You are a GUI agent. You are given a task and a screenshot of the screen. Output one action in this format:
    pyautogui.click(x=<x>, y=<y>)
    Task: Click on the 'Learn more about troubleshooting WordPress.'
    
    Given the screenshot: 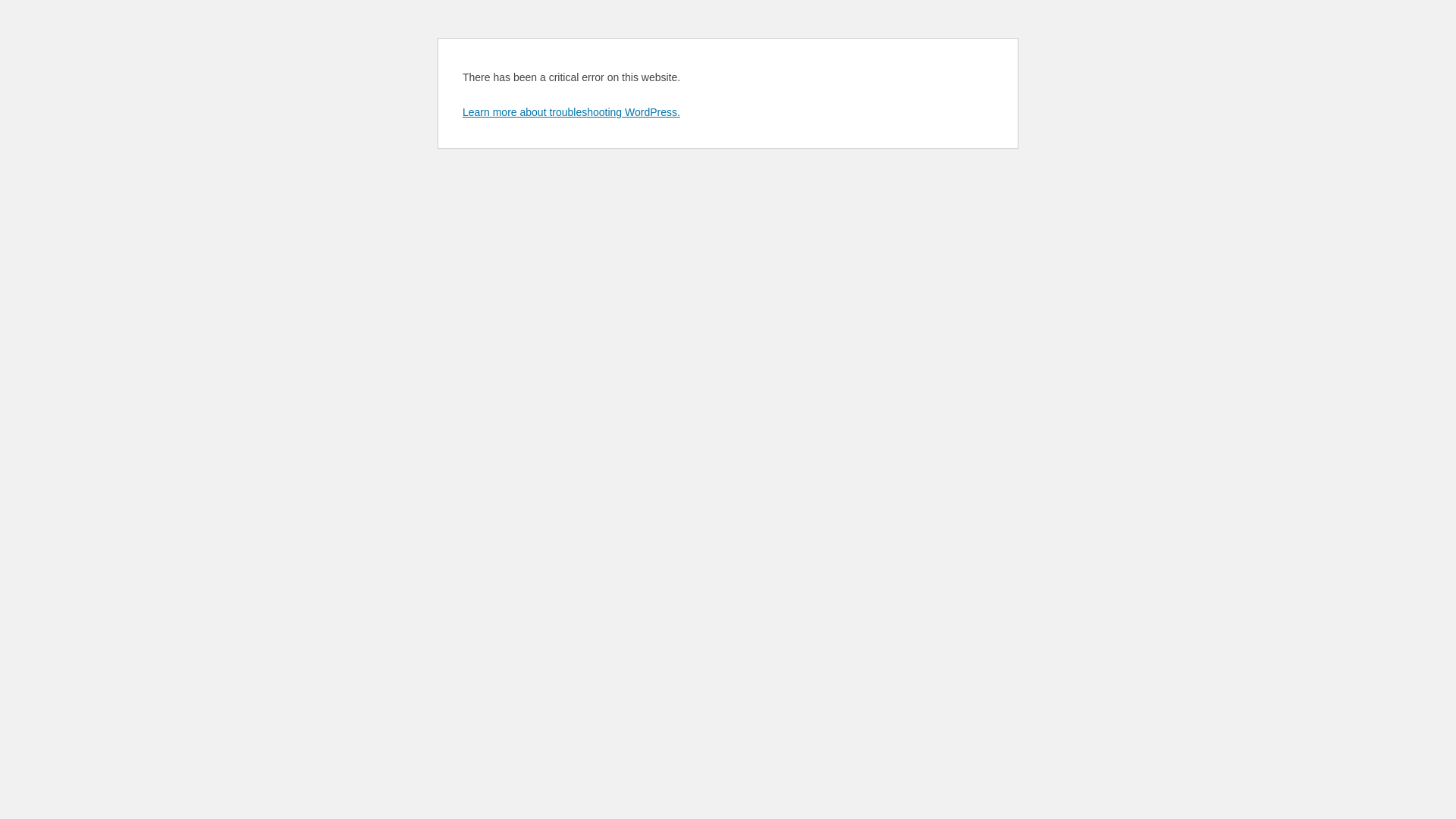 What is the action you would take?
    pyautogui.click(x=570, y=111)
    